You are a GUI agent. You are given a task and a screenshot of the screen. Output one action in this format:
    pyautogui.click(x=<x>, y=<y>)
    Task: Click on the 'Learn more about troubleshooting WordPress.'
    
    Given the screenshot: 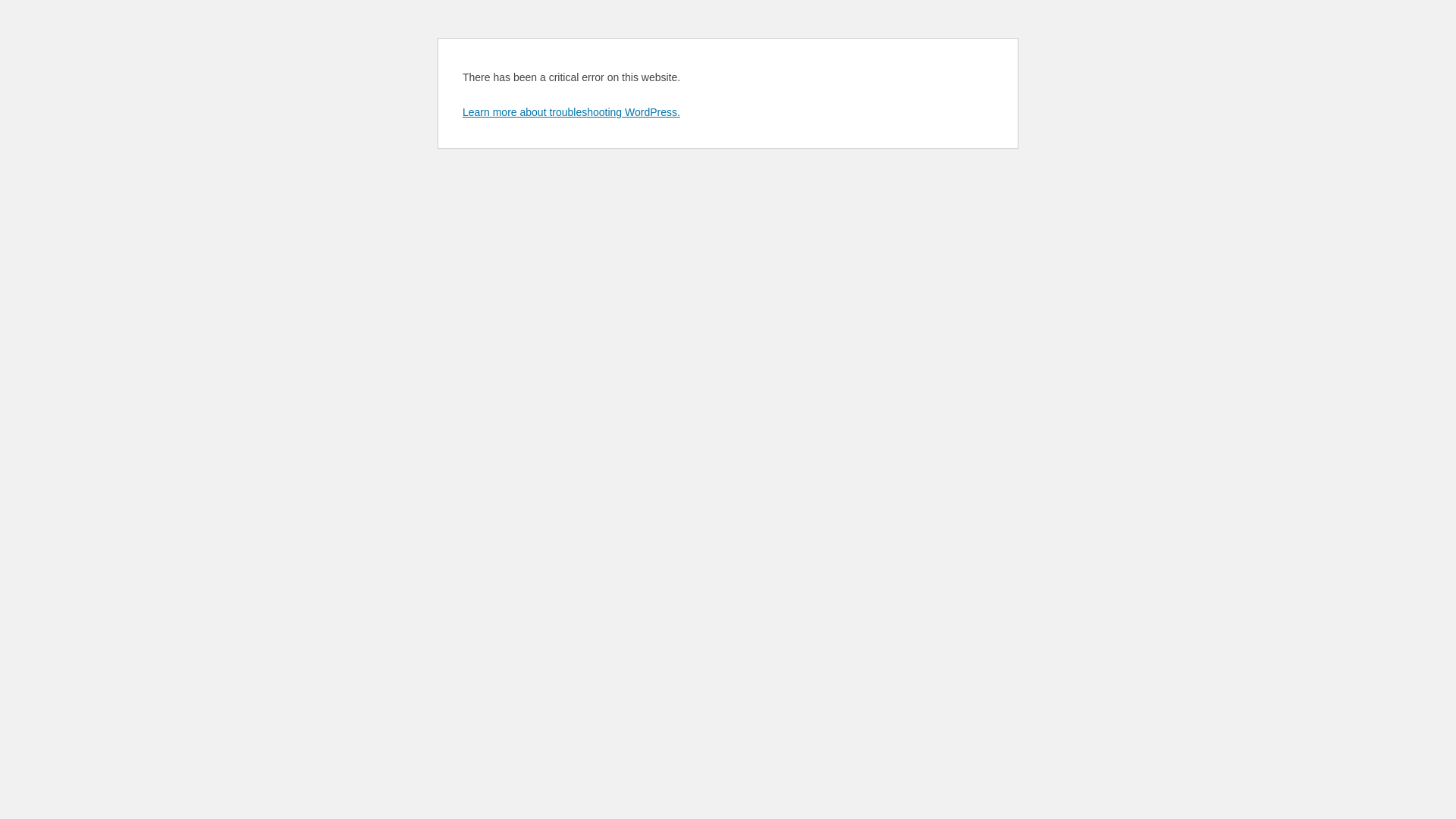 What is the action you would take?
    pyautogui.click(x=570, y=111)
    